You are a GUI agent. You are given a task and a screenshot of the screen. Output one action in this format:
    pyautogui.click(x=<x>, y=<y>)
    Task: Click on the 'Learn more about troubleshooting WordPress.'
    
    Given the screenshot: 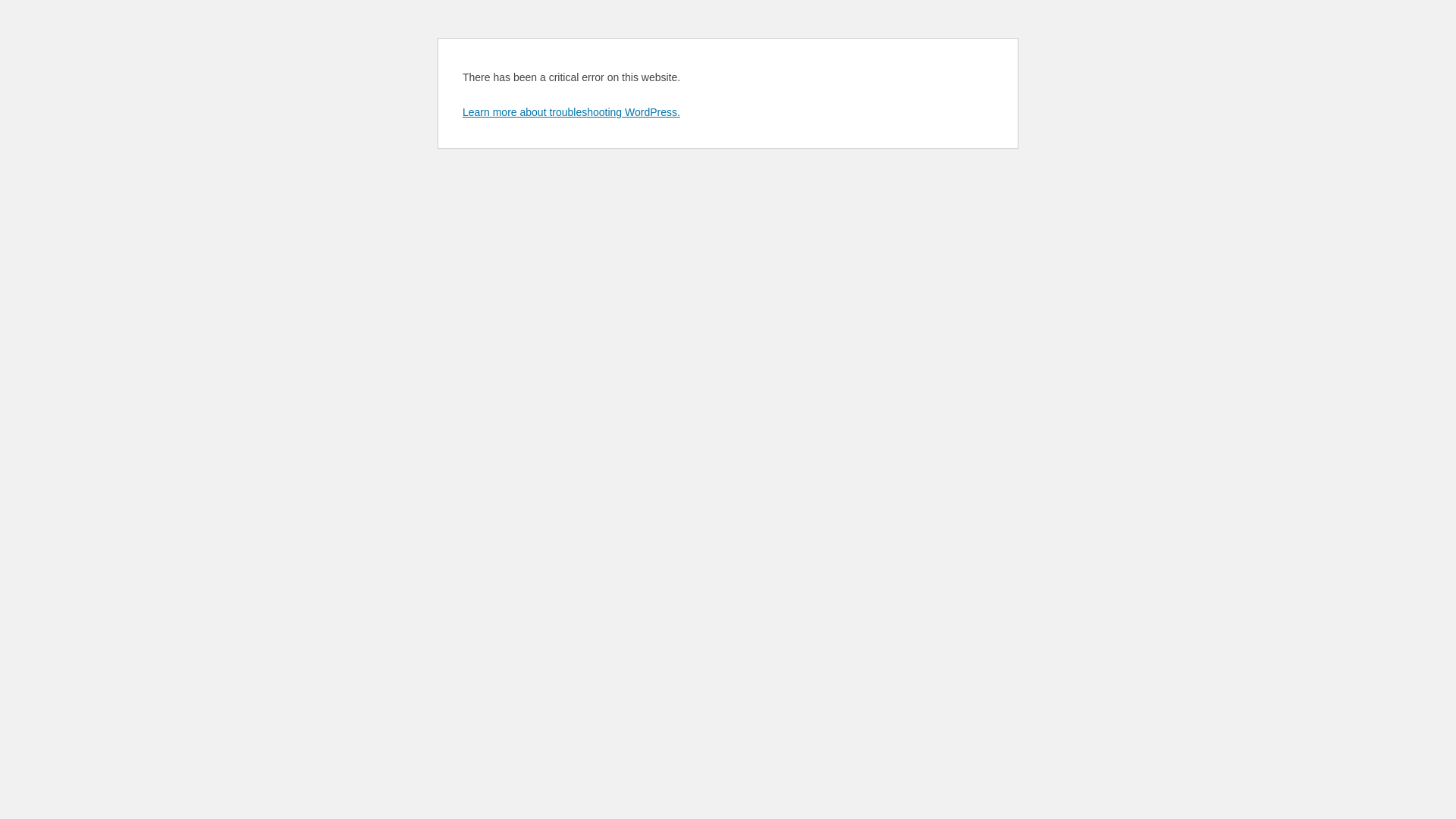 What is the action you would take?
    pyautogui.click(x=570, y=111)
    